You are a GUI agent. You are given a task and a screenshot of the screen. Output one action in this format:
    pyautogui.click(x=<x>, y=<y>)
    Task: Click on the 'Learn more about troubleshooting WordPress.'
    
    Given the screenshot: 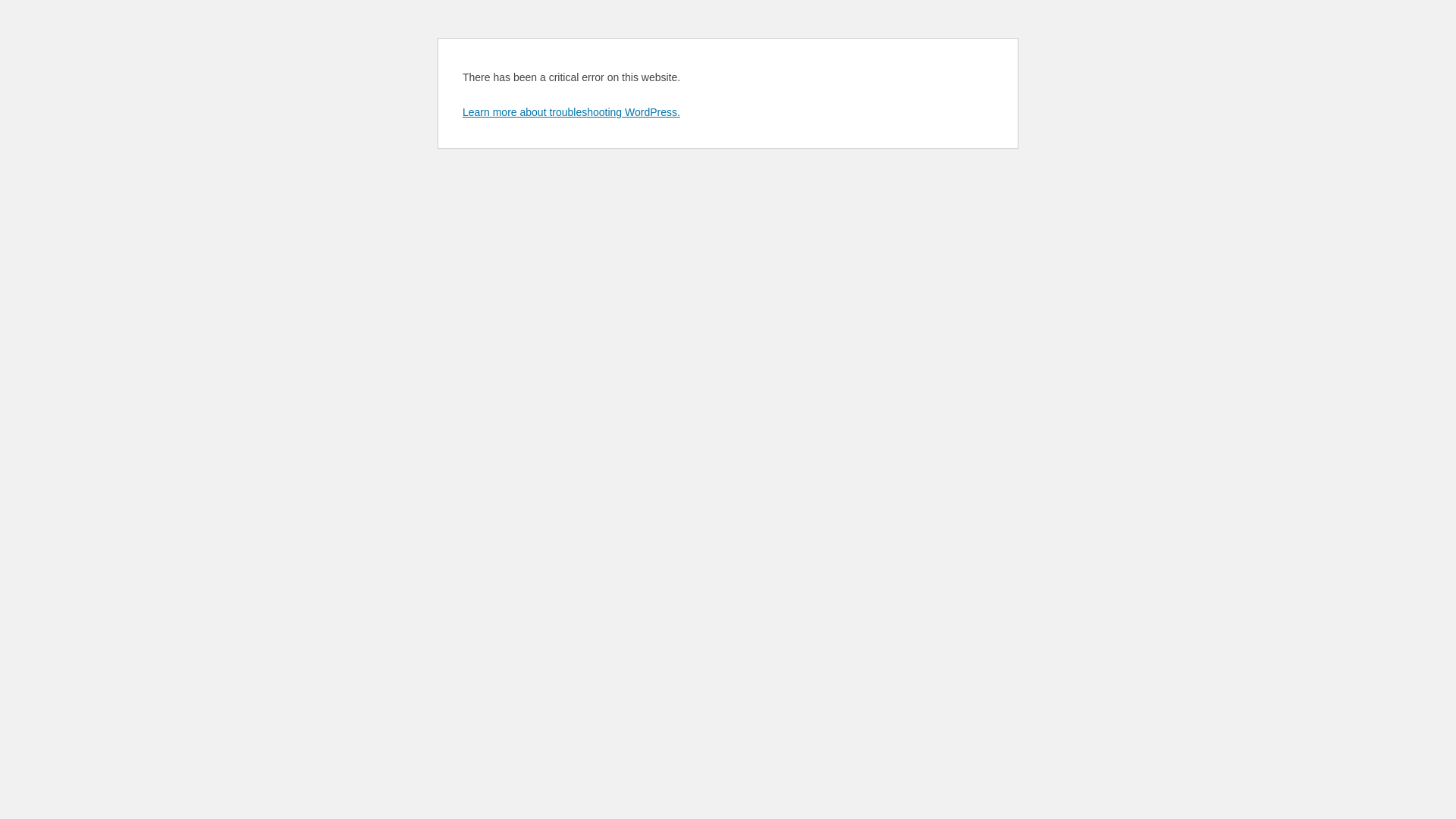 What is the action you would take?
    pyautogui.click(x=570, y=111)
    